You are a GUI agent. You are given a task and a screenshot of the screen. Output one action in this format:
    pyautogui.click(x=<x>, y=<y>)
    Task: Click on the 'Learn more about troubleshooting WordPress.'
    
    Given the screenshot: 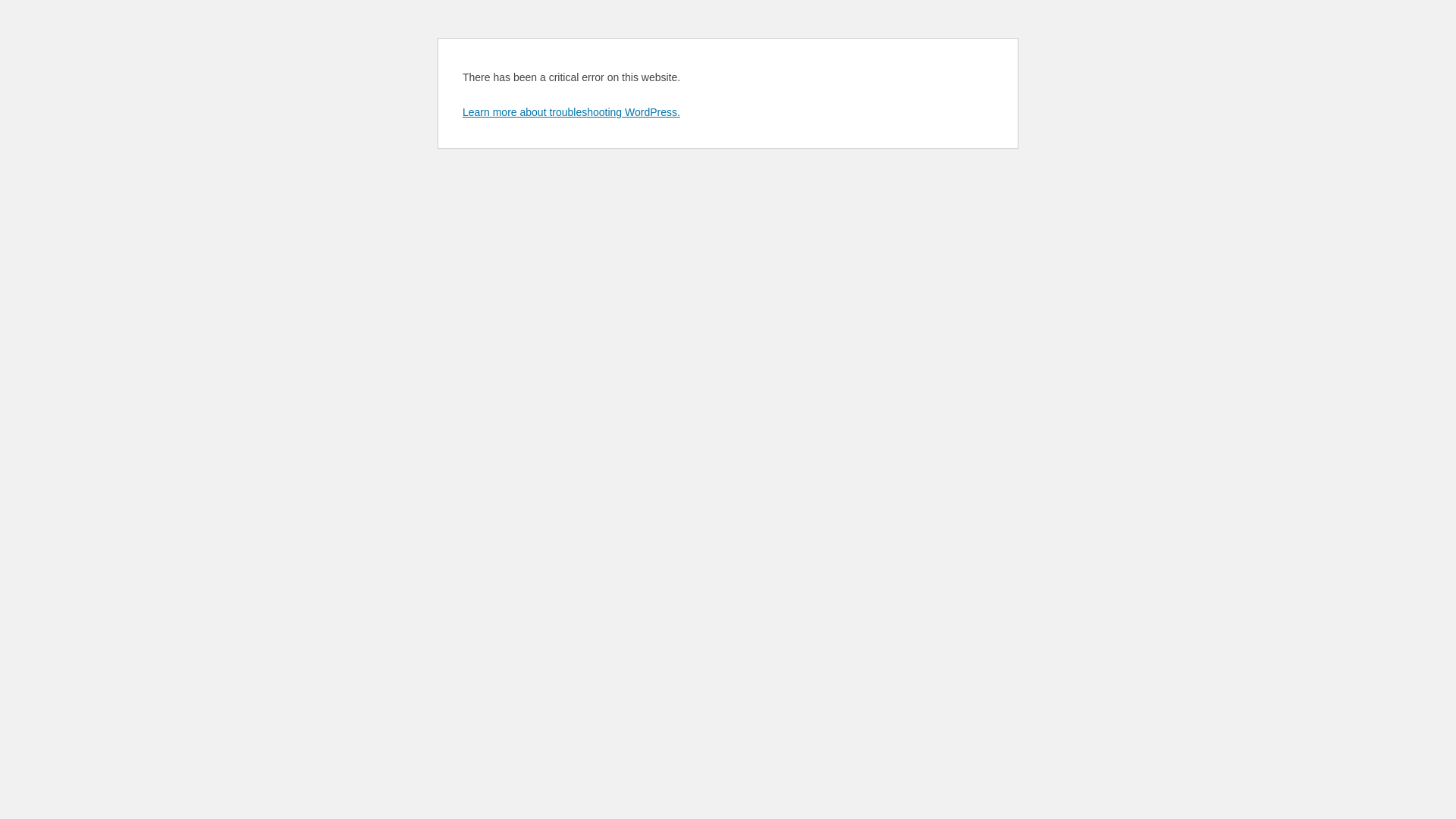 What is the action you would take?
    pyautogui.click(x=570, y=111)
    